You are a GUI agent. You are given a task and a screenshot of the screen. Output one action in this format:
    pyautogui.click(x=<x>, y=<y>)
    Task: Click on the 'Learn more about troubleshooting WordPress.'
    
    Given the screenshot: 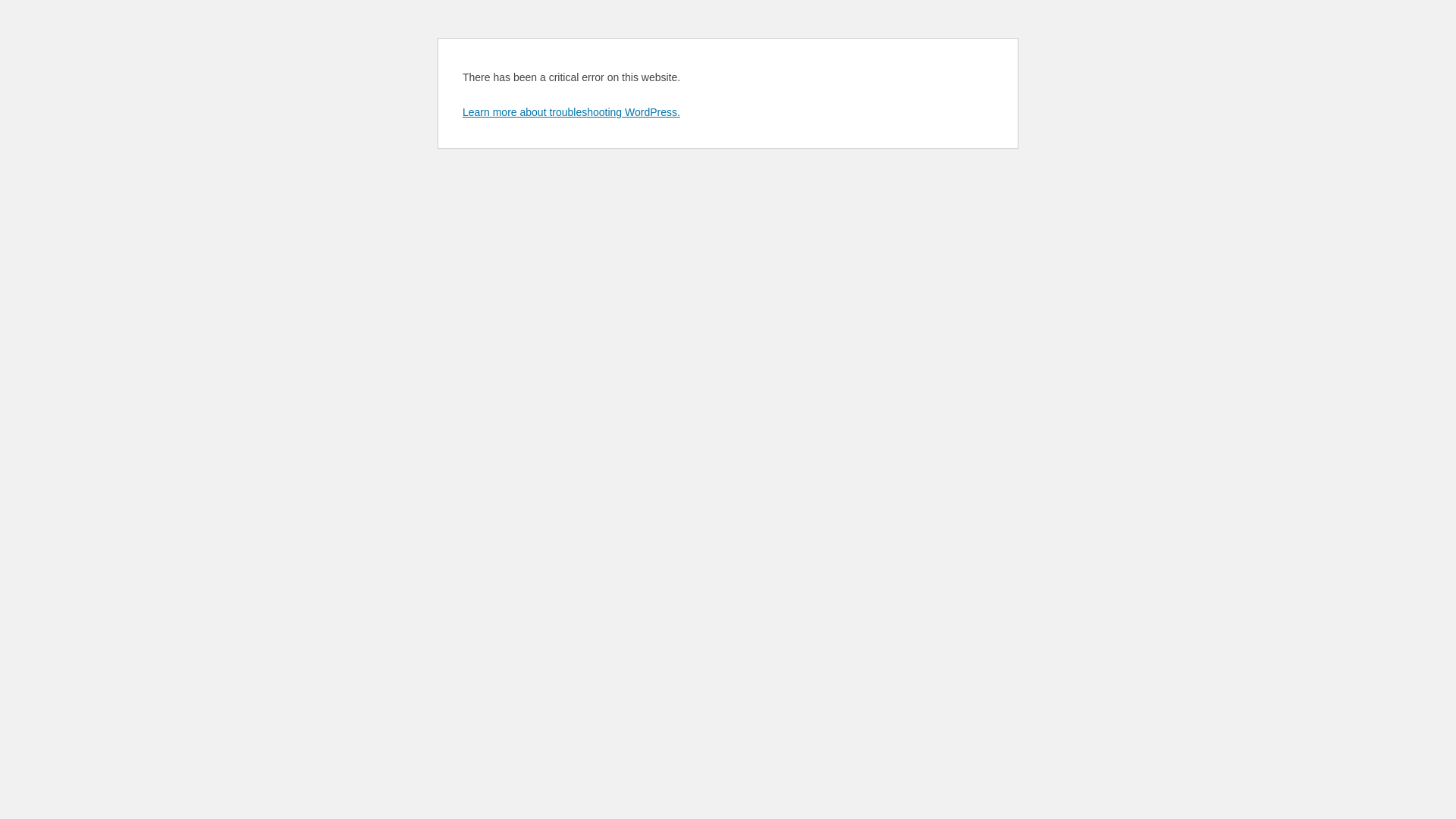 What is the action you would take?
    pyautogui.click(x=570, y=111)
    